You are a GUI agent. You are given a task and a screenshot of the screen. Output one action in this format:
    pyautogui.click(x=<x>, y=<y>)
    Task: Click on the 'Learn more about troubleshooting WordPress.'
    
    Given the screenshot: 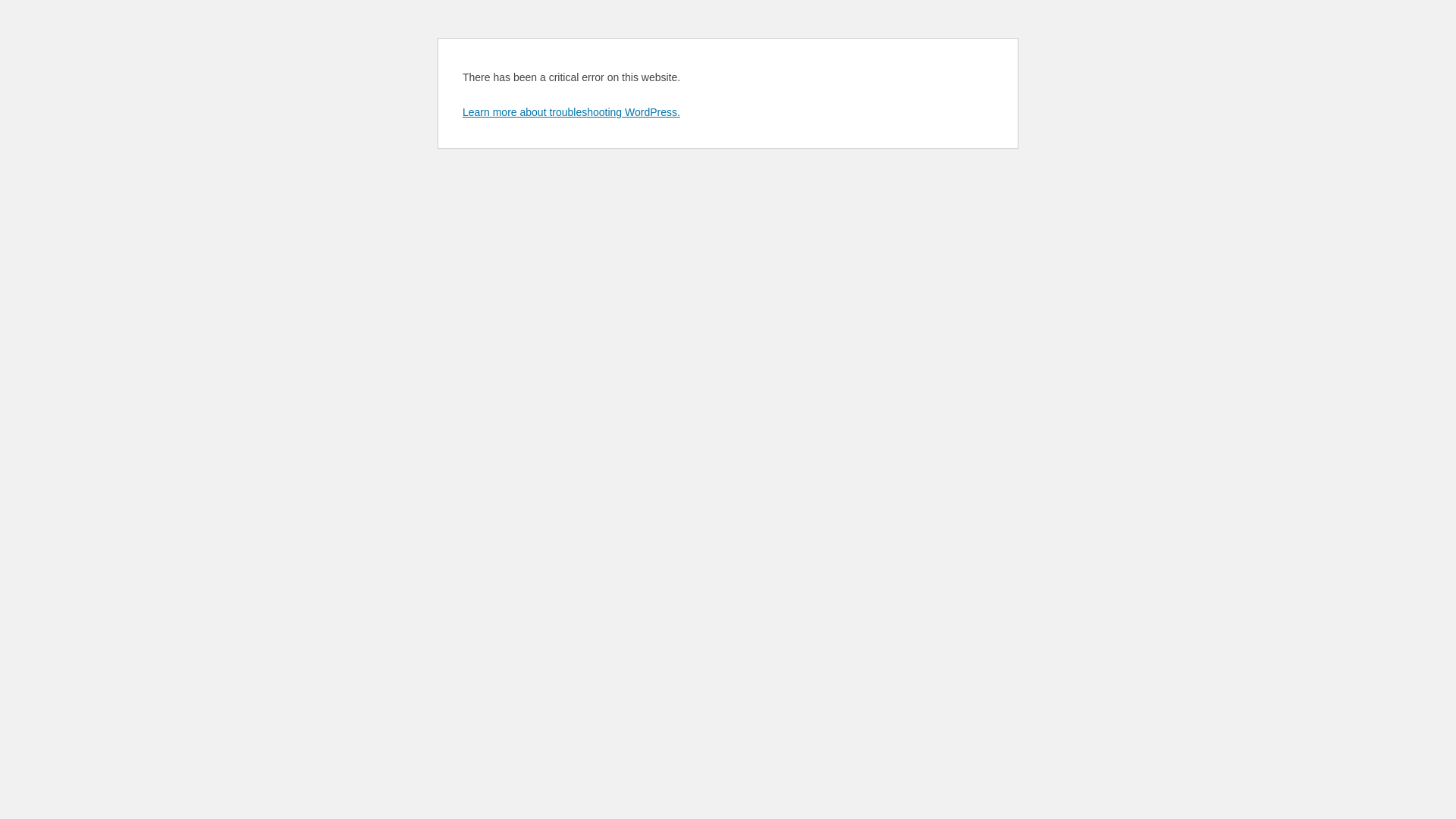 What is the action you would take?
    pyautogui.click(x=570, y=111)
    